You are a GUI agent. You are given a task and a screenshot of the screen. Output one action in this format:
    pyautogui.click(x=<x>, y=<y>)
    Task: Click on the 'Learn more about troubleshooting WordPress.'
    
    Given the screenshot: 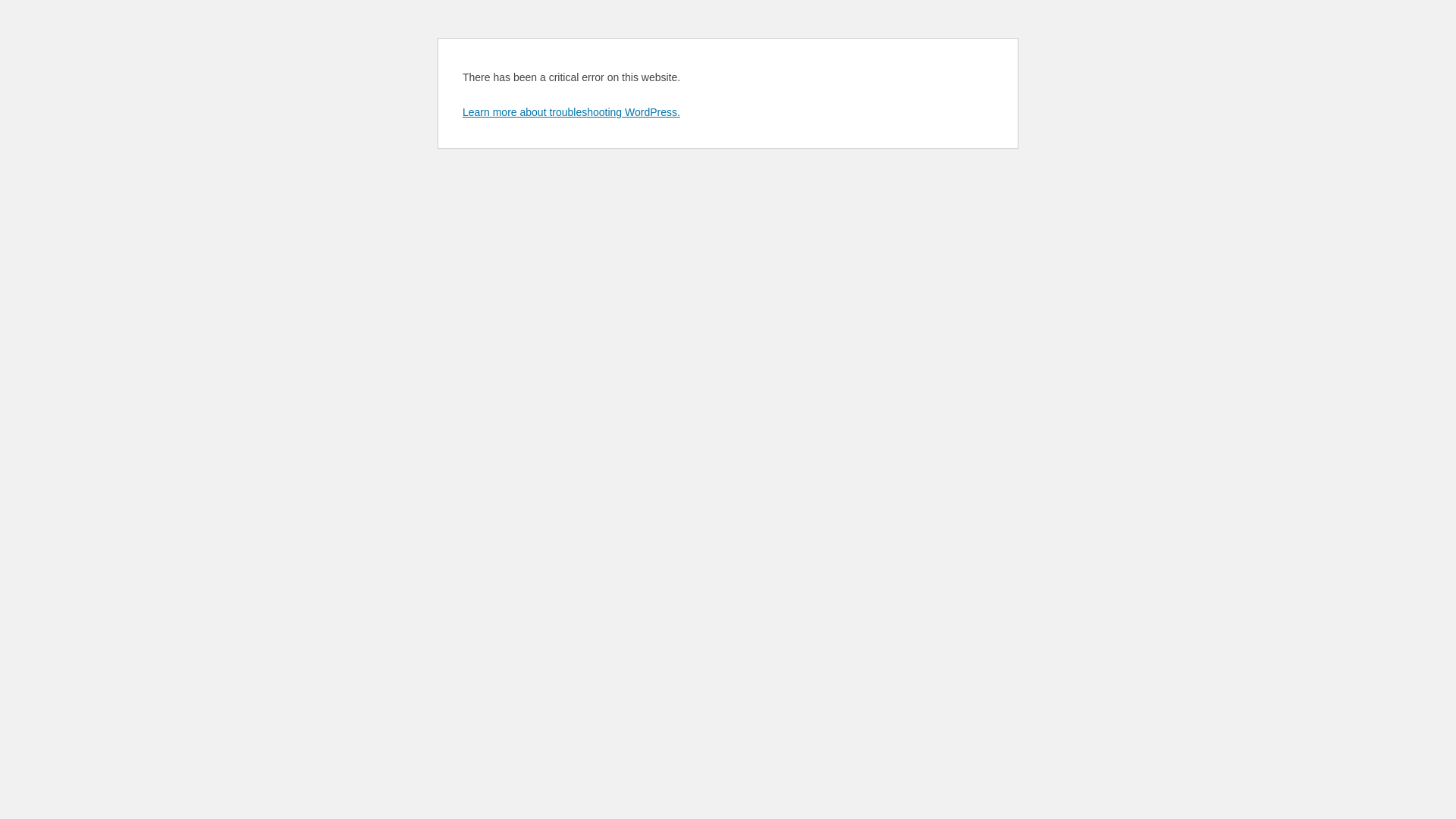 What is the action you would take?
    pyautogui.click(x=570, y=111)
    